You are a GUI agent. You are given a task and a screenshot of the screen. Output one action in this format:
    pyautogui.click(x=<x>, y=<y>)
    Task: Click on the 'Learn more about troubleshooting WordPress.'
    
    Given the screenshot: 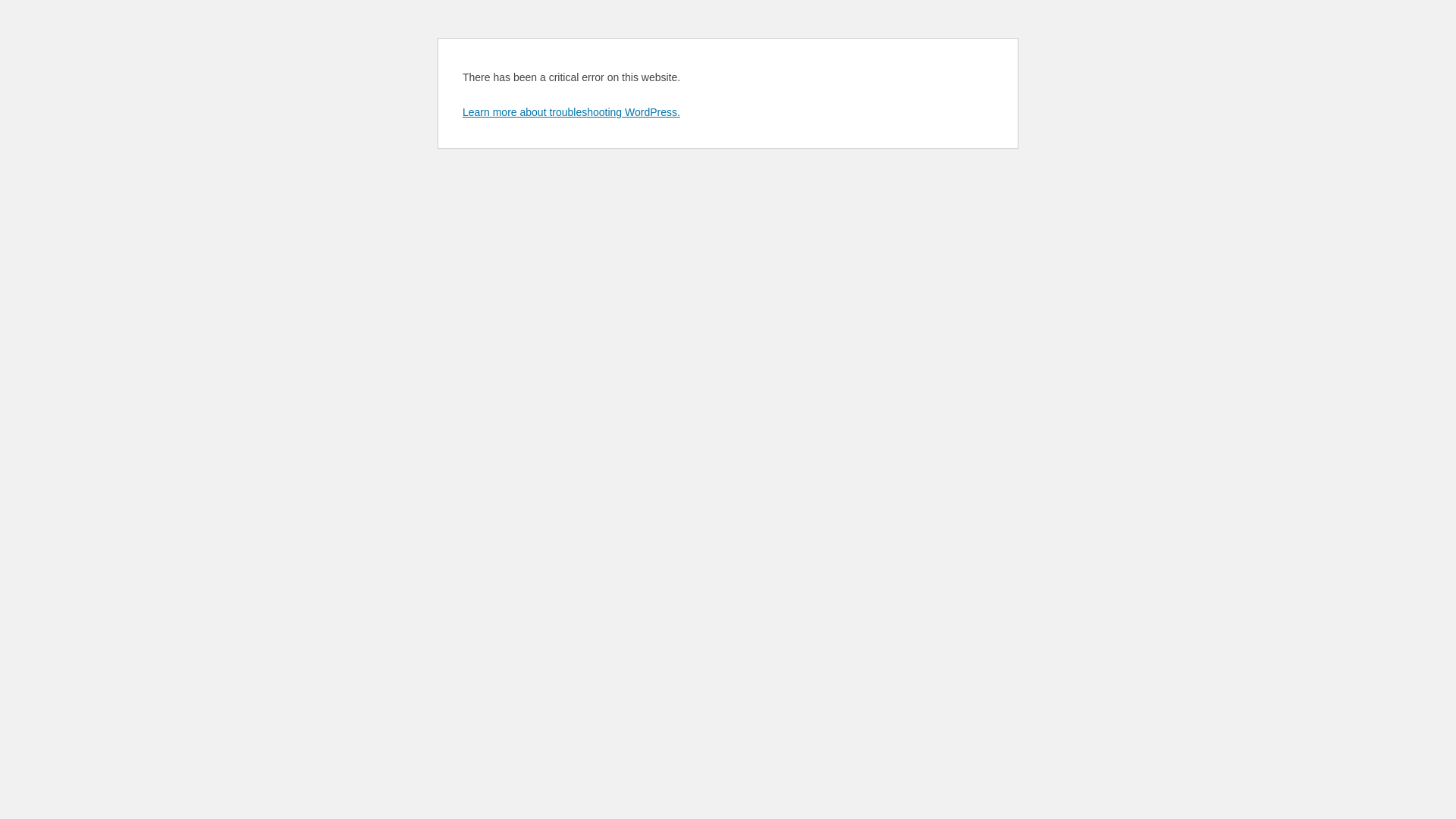 What is the action you would take?
    pyautogui.click(x=570, y=111)
    